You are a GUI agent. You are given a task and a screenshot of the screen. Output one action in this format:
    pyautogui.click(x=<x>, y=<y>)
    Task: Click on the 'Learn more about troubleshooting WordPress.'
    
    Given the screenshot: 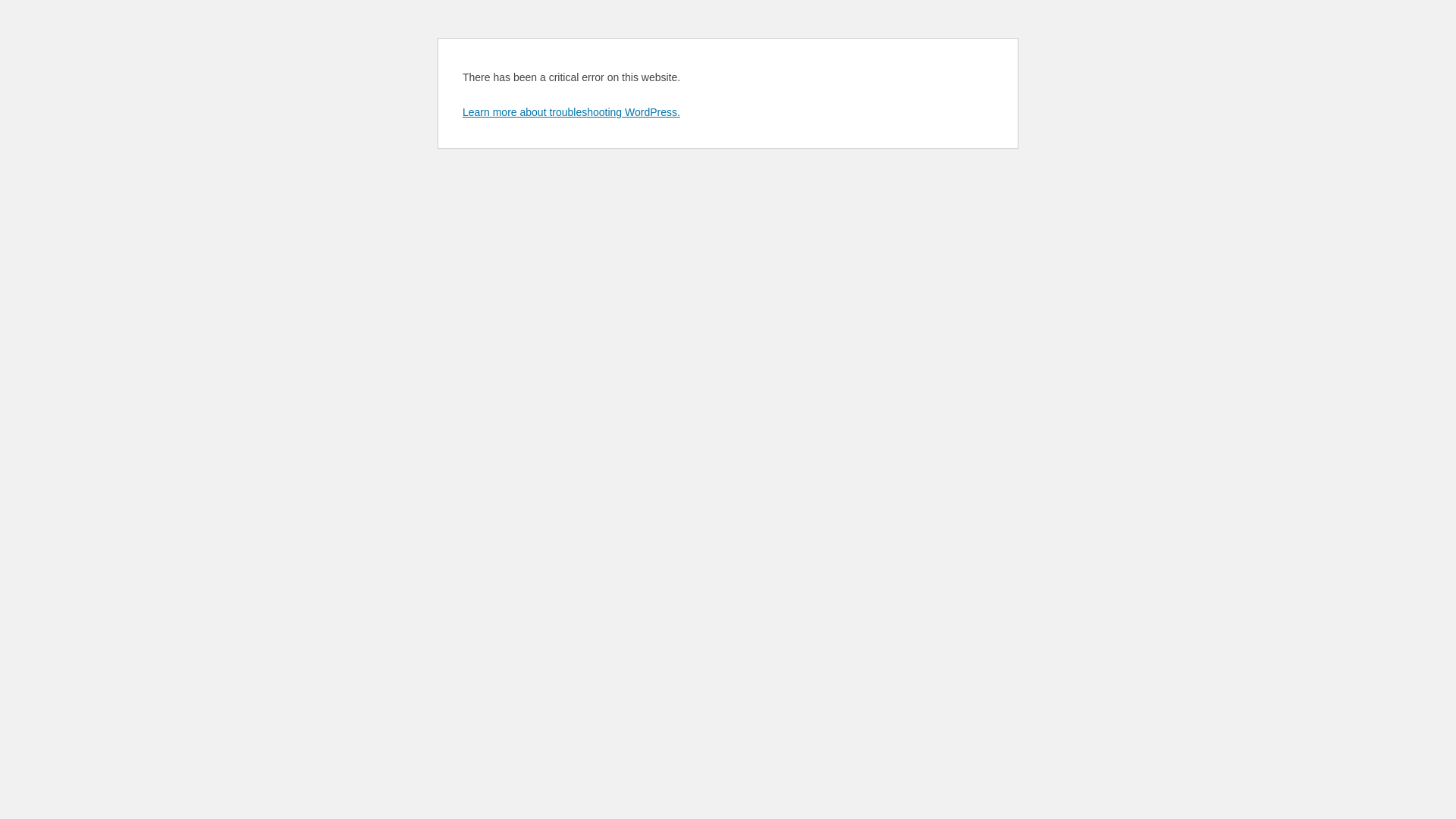 What is the action you would take?
    pyautogui.click(x=570, y=111)
    